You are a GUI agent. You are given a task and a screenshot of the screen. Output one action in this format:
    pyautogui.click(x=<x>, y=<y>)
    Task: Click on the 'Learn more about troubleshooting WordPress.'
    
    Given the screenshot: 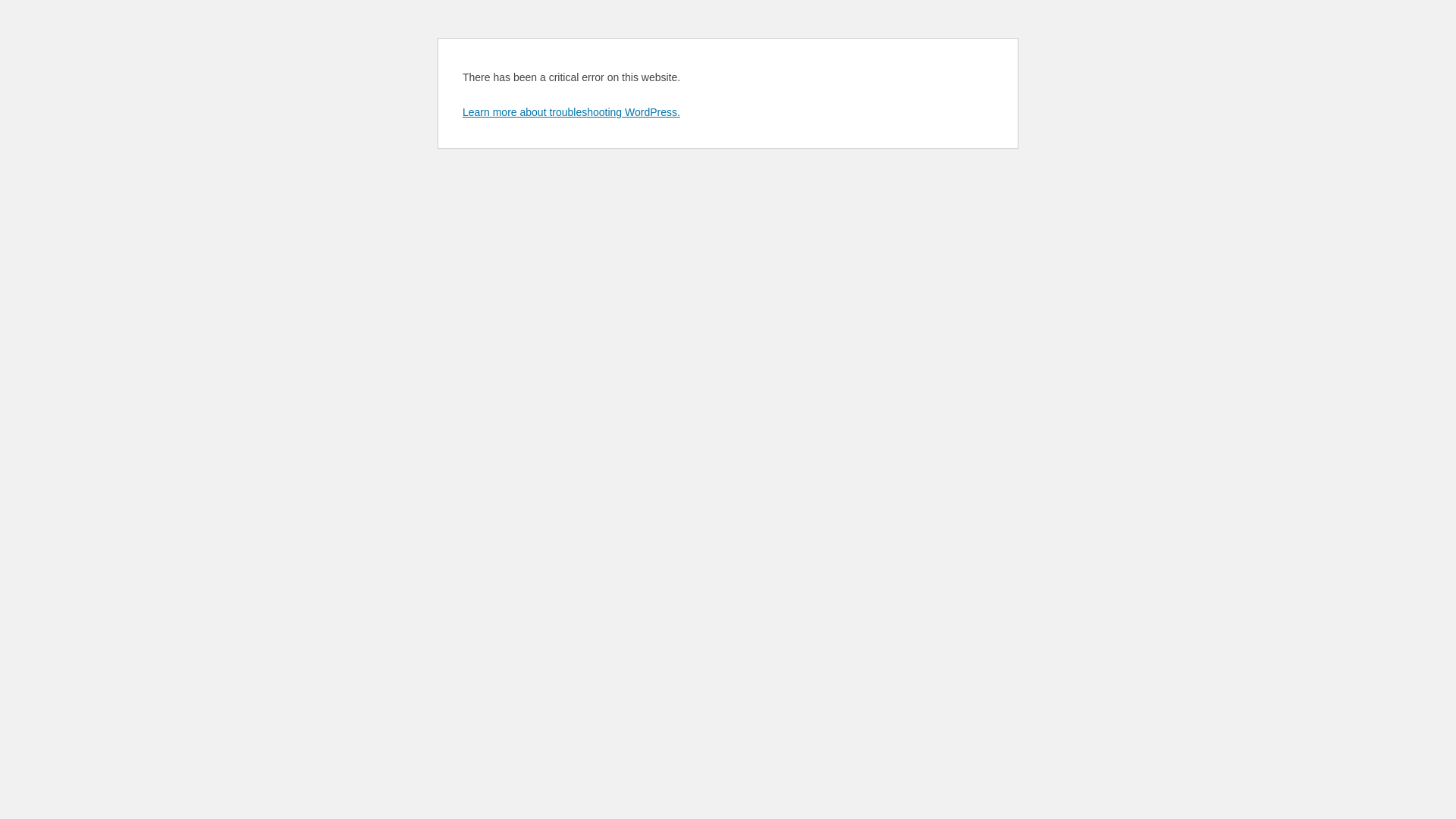 What is the action you would take?
    pyautogui.click(x=570, y=111)
    